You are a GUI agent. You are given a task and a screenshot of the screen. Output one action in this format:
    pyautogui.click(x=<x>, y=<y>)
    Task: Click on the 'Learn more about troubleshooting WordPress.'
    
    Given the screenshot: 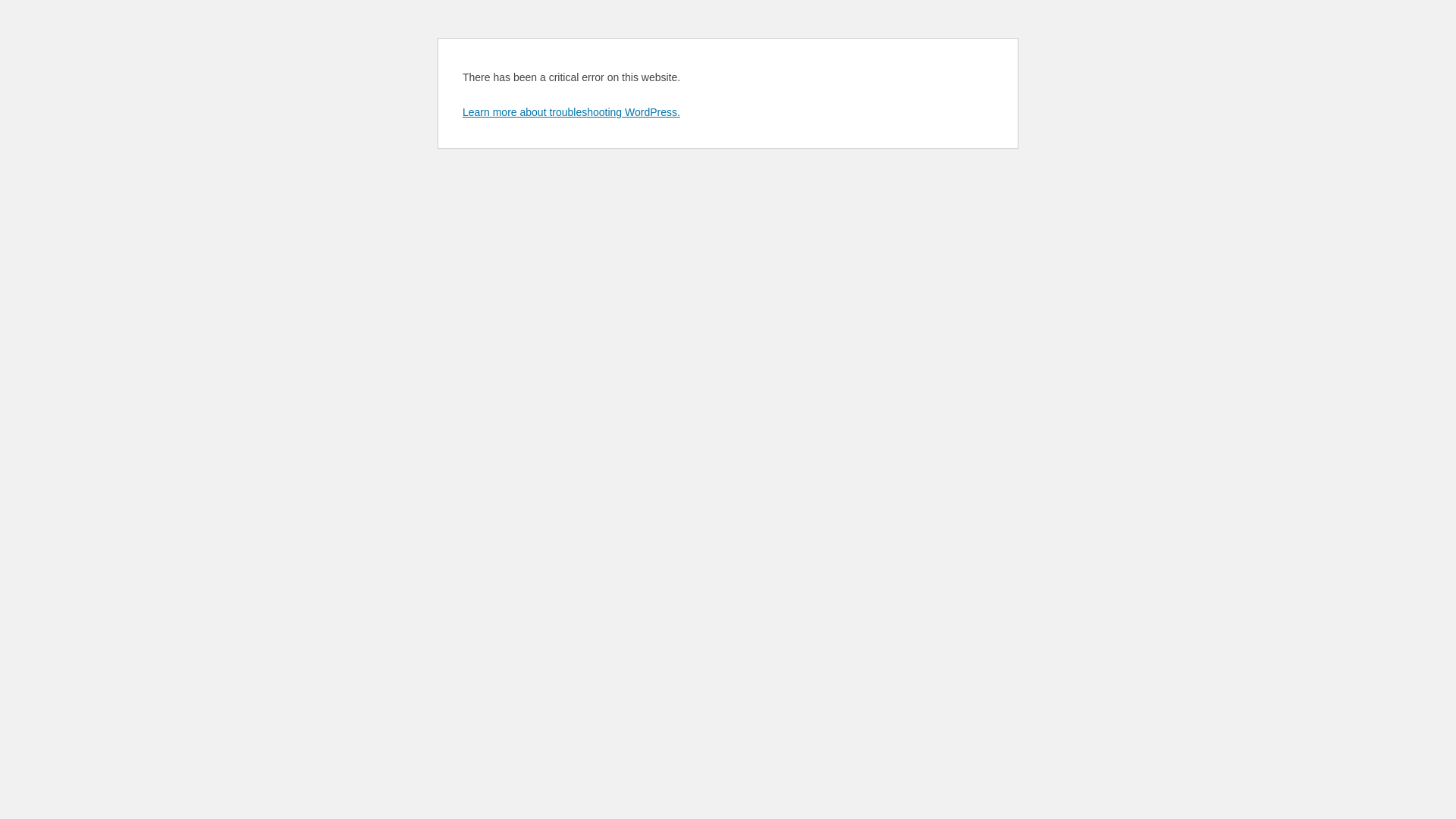 What is the action you would take?
    pyautogui.click(x=570, y=111)
    